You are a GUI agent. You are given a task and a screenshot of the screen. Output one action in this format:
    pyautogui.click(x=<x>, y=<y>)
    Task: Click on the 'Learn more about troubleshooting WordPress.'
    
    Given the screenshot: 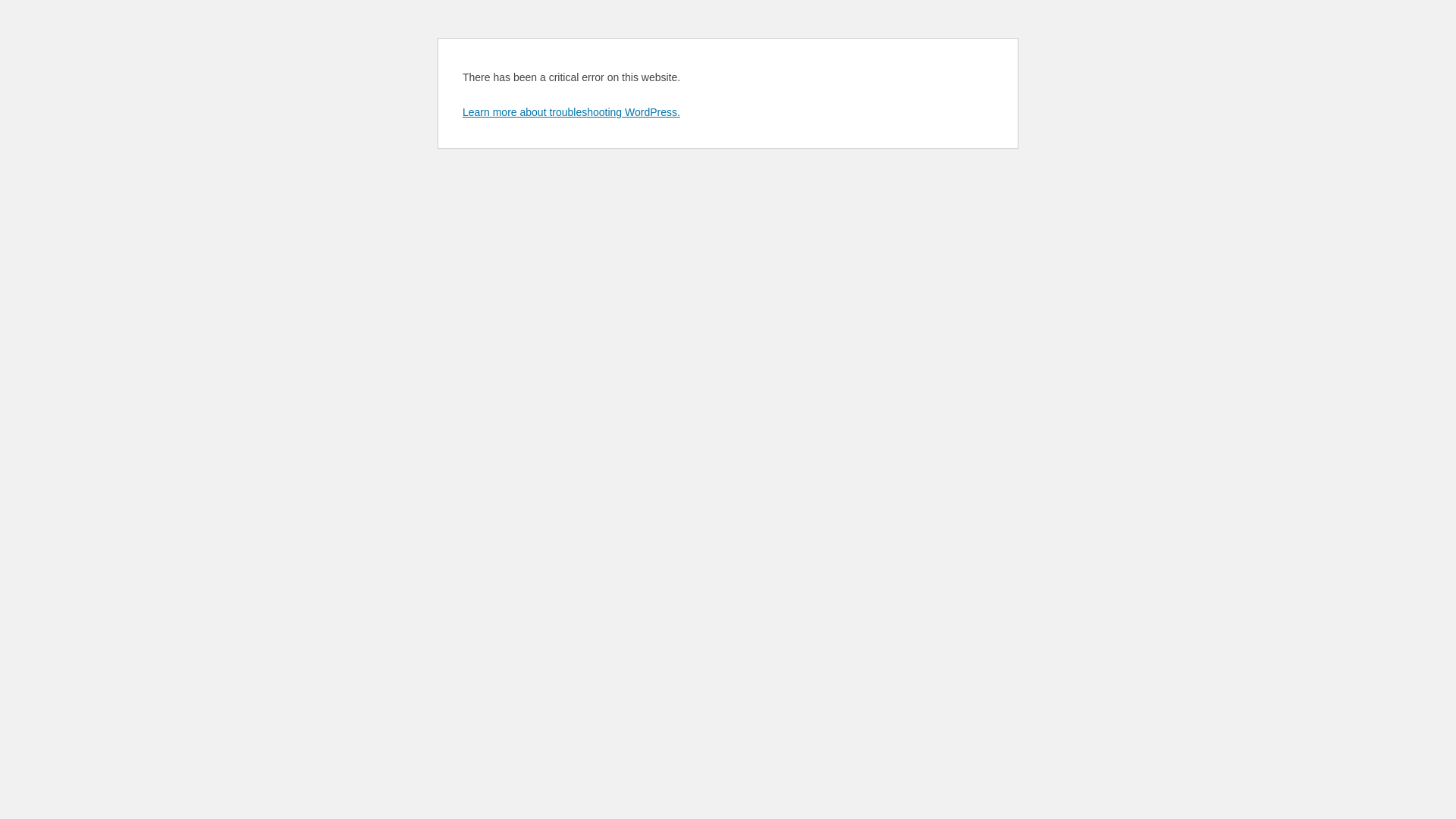 What is the action you would take?
    pyautogui.click(x=570, y=111)
    